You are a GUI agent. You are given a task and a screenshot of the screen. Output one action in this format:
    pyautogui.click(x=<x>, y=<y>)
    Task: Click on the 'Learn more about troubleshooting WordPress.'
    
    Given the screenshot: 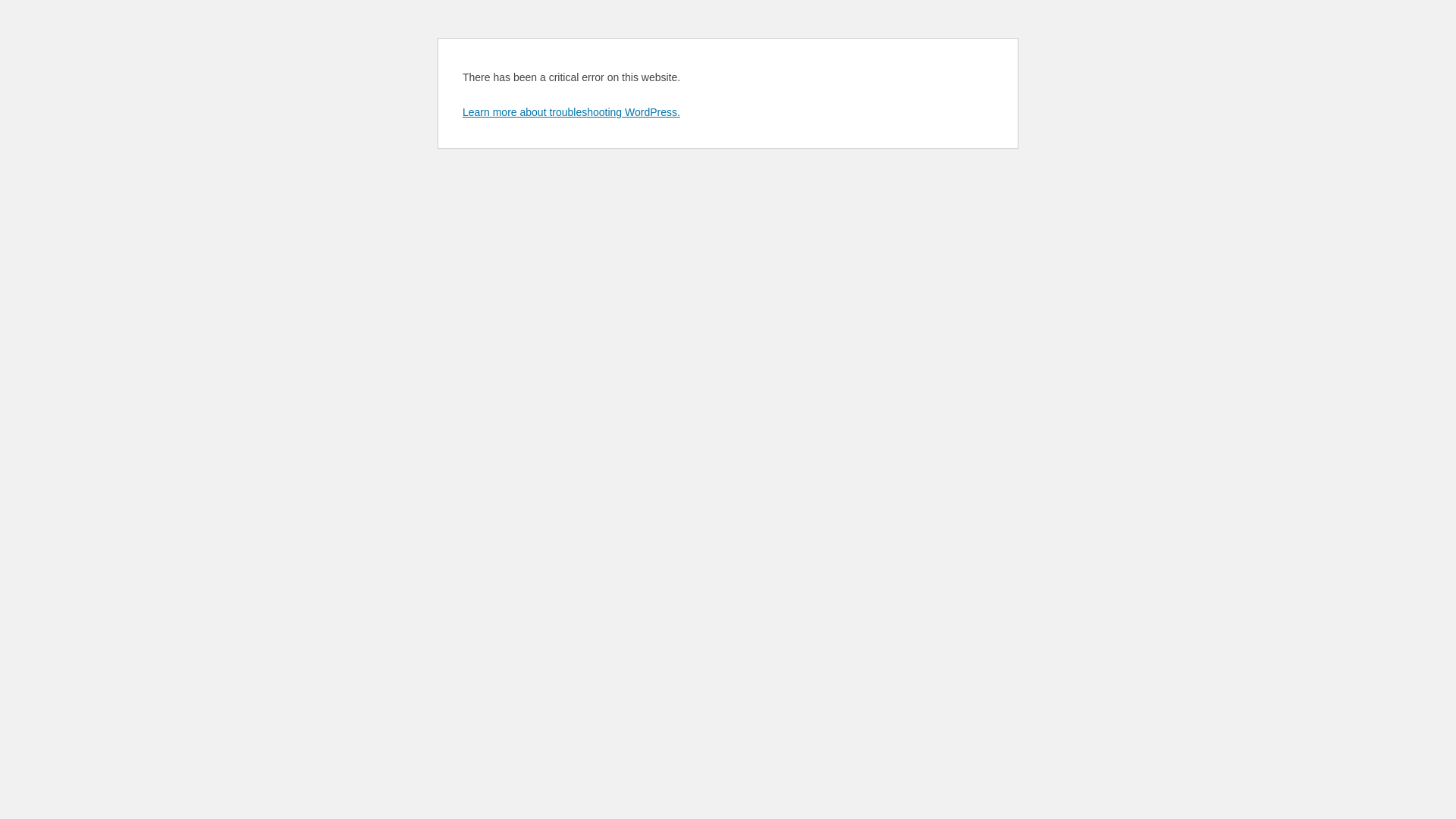 What is the action you would take?
    pyautogui.click(x=570, y=111)
    